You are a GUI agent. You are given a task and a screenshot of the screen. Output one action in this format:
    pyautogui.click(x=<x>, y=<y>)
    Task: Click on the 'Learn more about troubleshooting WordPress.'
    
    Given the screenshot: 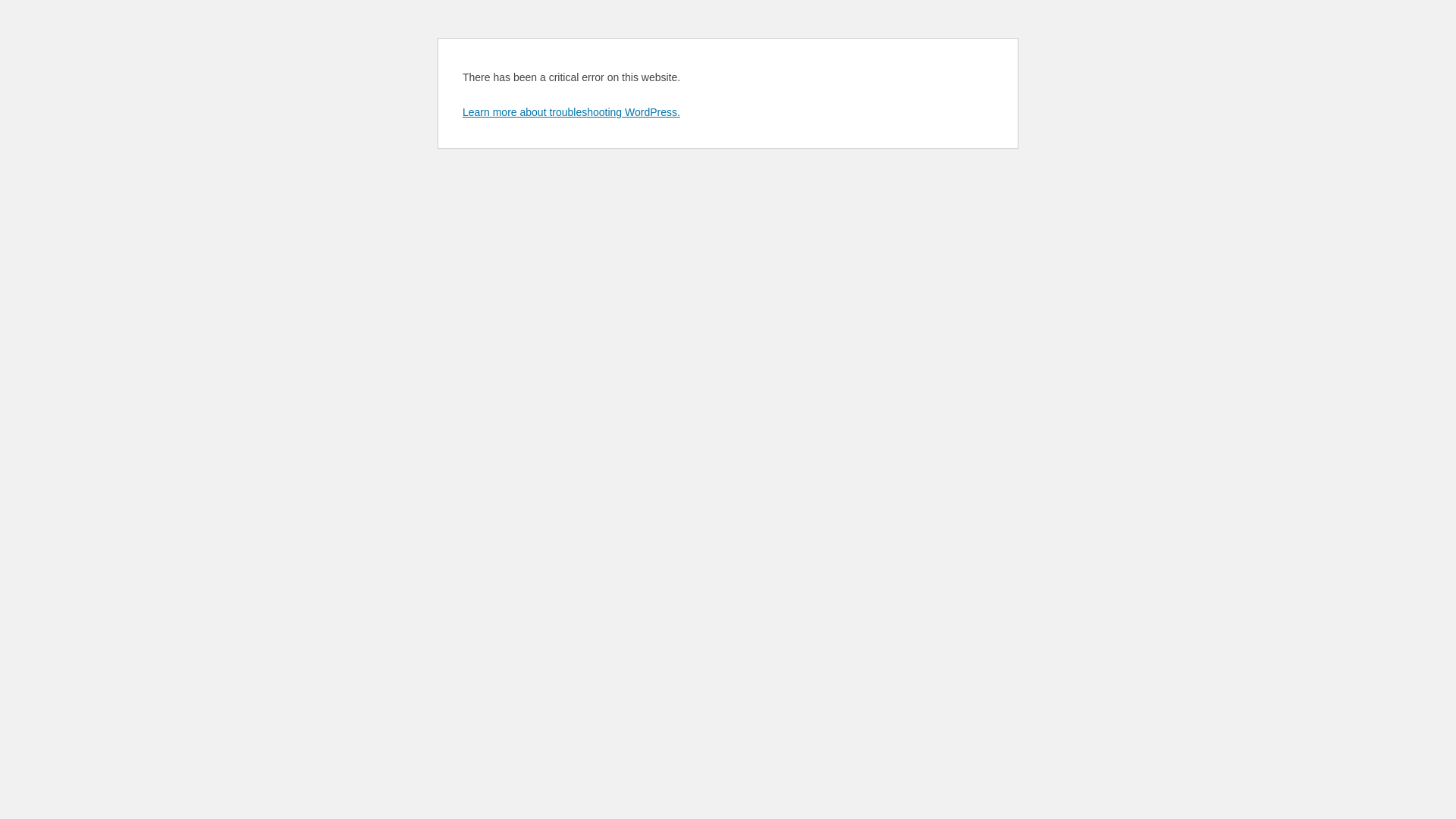 What is the action you would take?
    pyautogui.click(x=570, y=111)
    